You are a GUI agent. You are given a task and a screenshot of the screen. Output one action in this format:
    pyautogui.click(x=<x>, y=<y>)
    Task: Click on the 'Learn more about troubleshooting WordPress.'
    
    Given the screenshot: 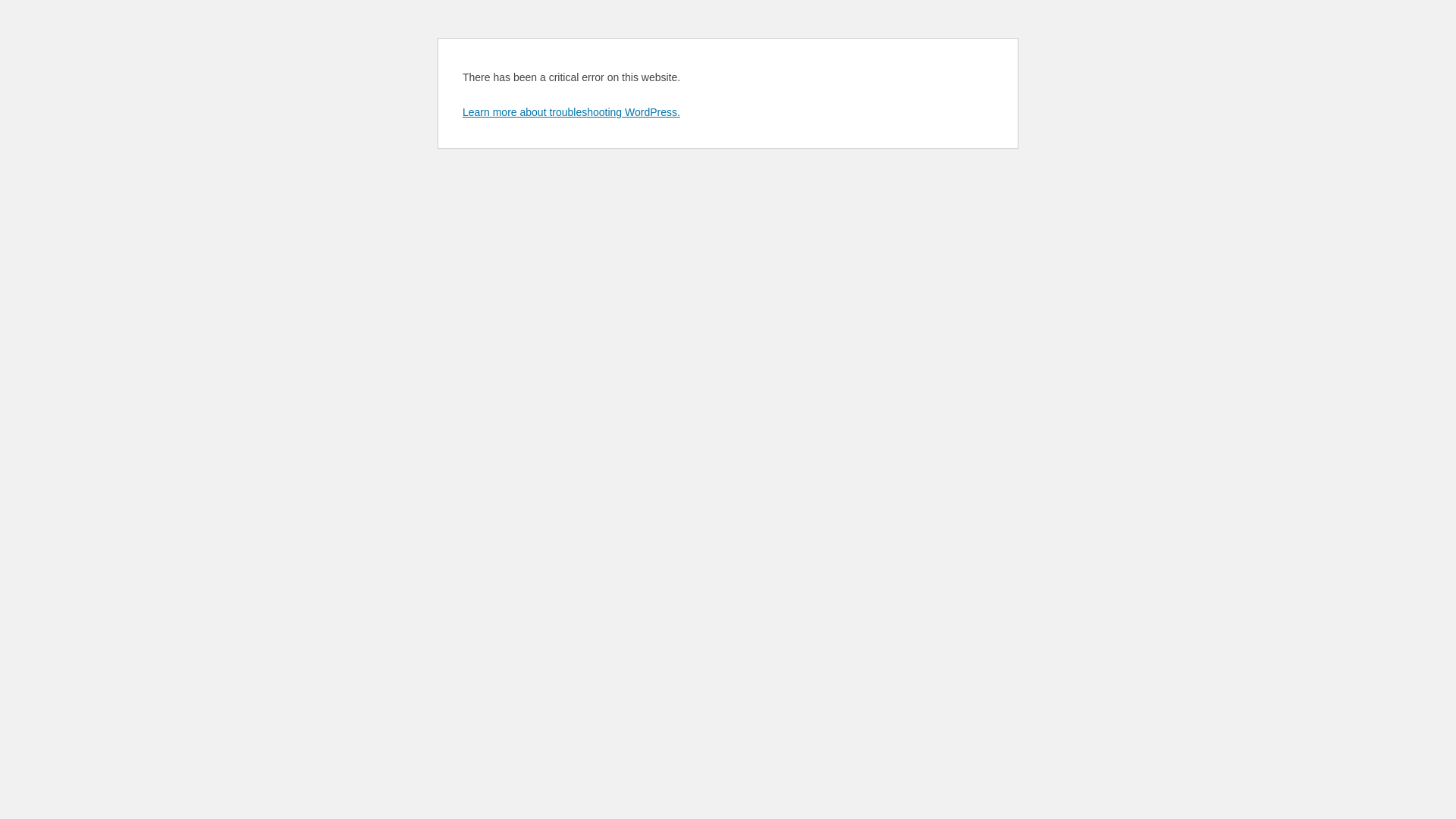 What is the action you would take?
    pyautogui.click(x=570, y=111)
    